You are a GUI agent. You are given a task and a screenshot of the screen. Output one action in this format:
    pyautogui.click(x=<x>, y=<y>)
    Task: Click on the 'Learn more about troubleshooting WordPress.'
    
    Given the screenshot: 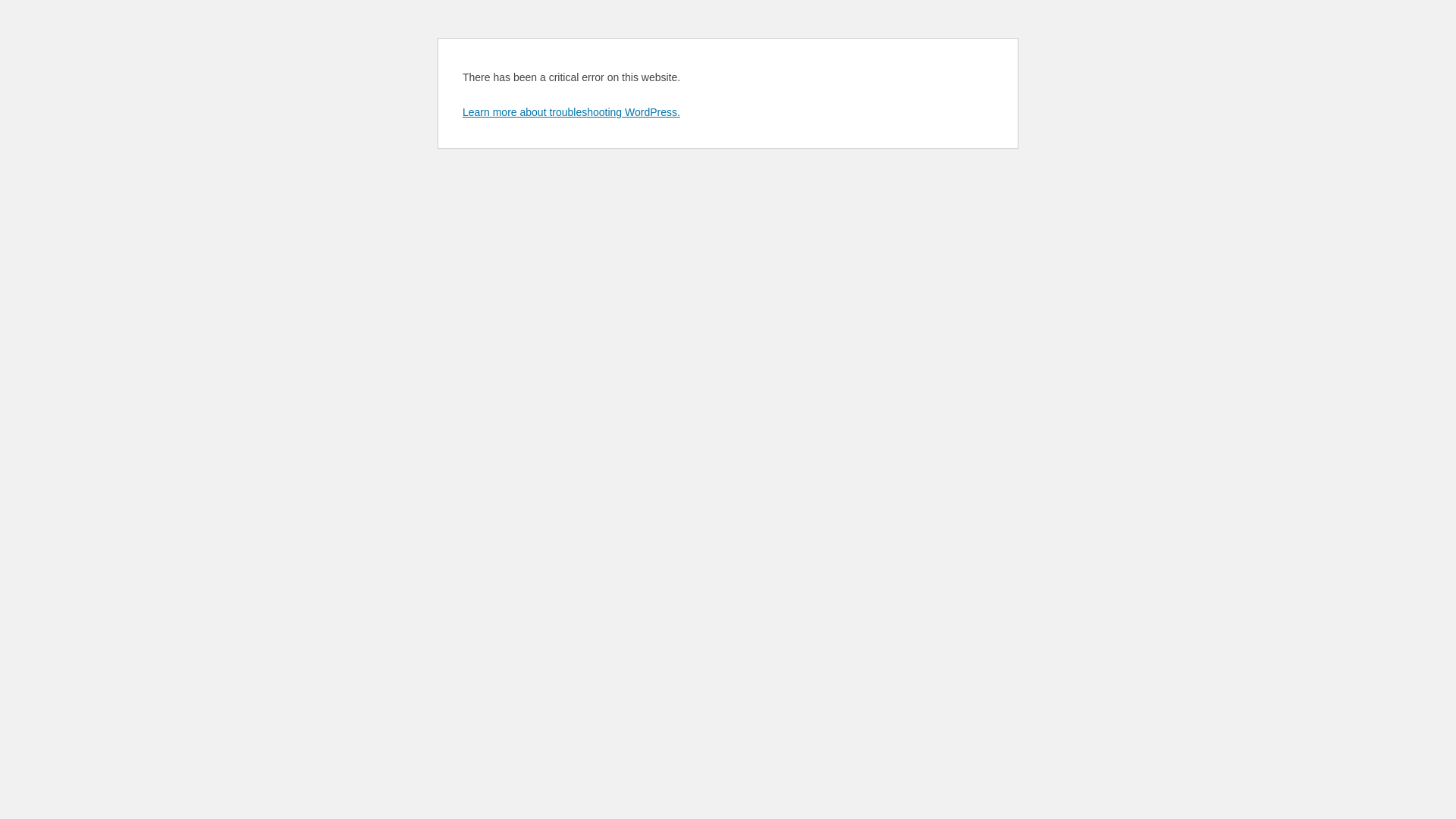 What is the action you would take?
    pyautogui.click(x=570, y=111)
    